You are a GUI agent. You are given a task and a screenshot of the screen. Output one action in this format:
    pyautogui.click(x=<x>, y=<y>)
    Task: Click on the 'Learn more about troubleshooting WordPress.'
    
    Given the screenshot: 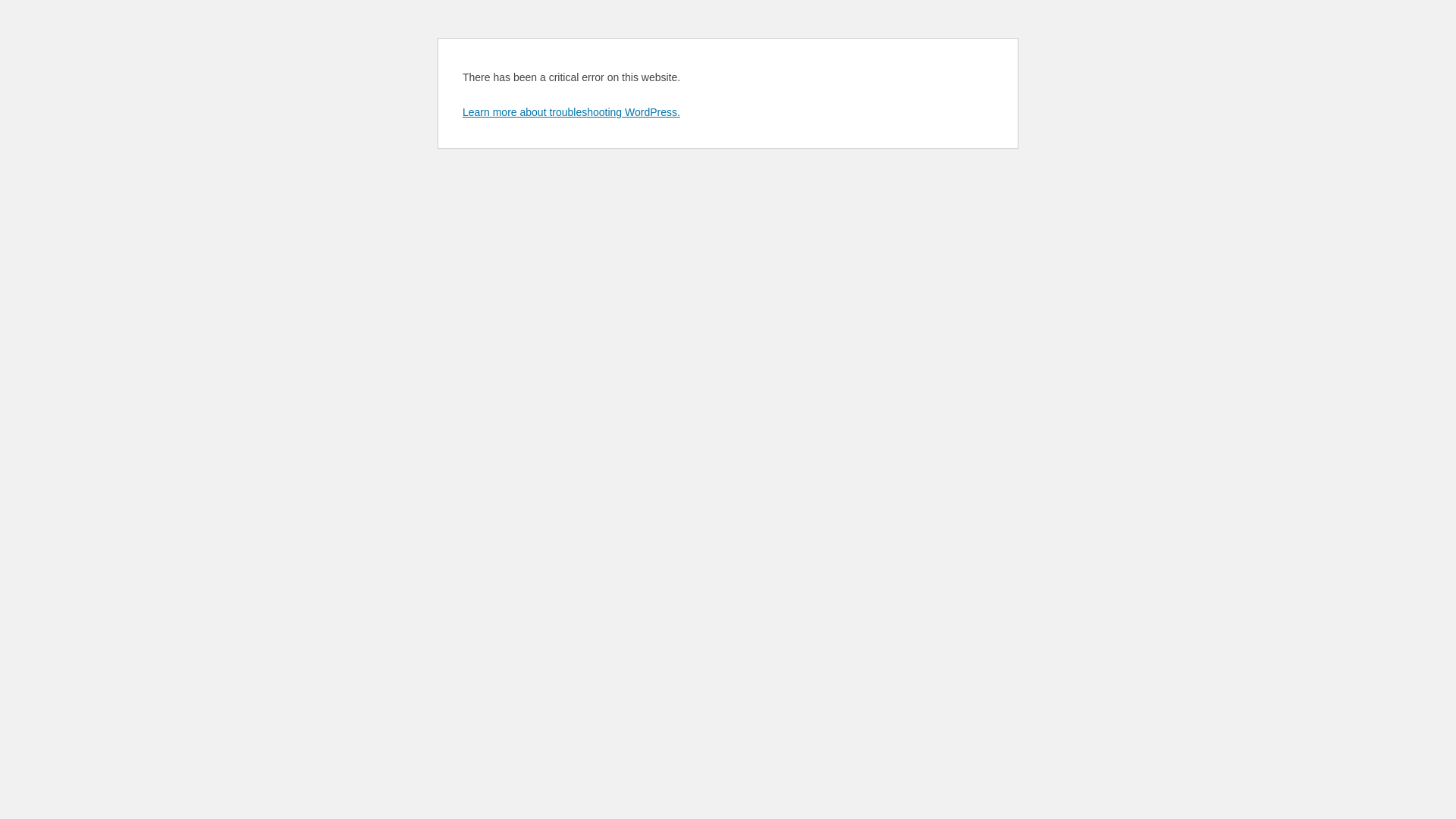 What is the action you would take?
    pyautogui.click(x=570, y=111)
    